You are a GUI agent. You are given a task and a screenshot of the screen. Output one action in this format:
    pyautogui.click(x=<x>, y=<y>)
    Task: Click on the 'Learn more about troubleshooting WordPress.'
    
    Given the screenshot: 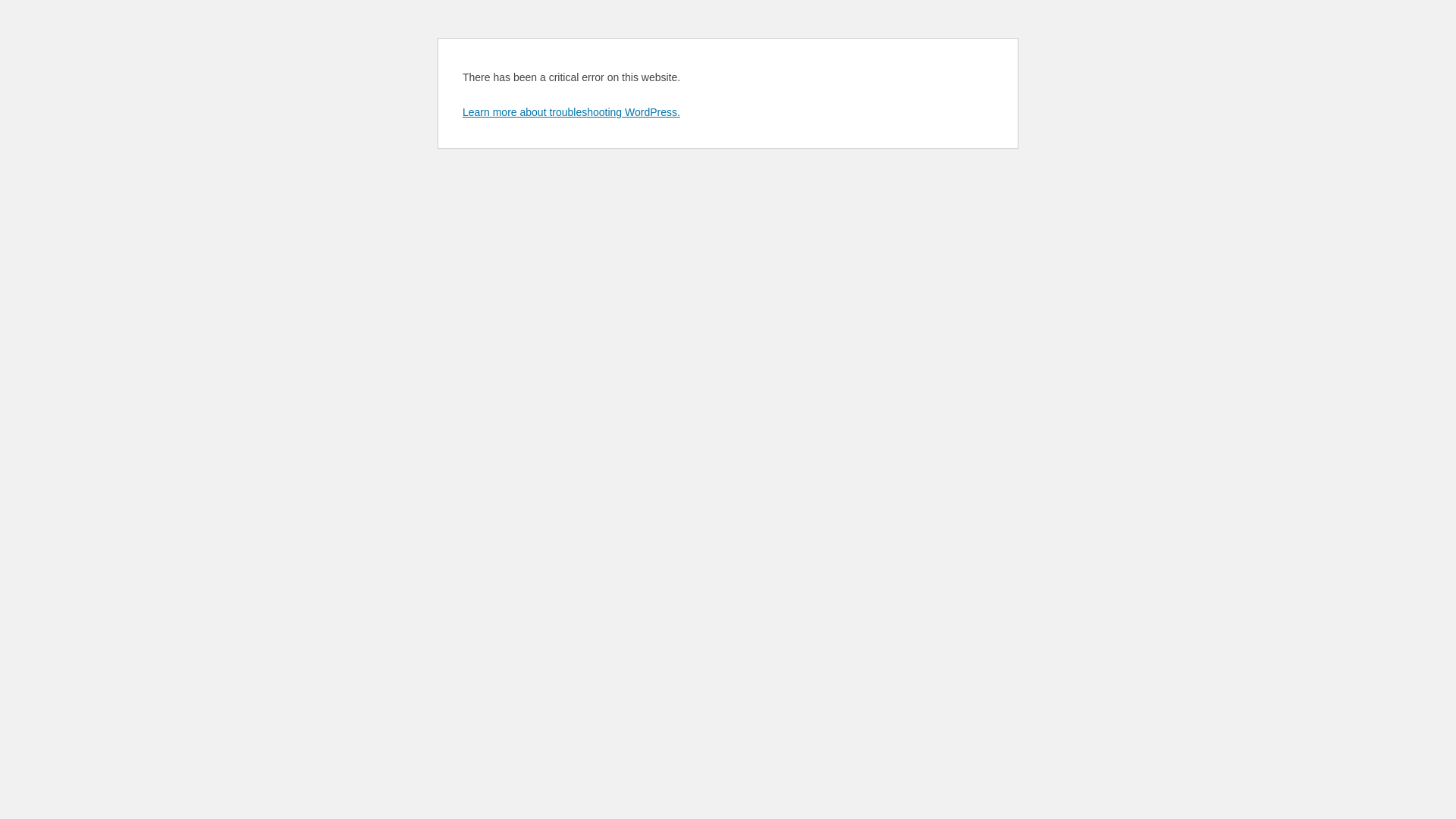 What is the action you would take?
    pyautogui.click(x=570, y=111)
    